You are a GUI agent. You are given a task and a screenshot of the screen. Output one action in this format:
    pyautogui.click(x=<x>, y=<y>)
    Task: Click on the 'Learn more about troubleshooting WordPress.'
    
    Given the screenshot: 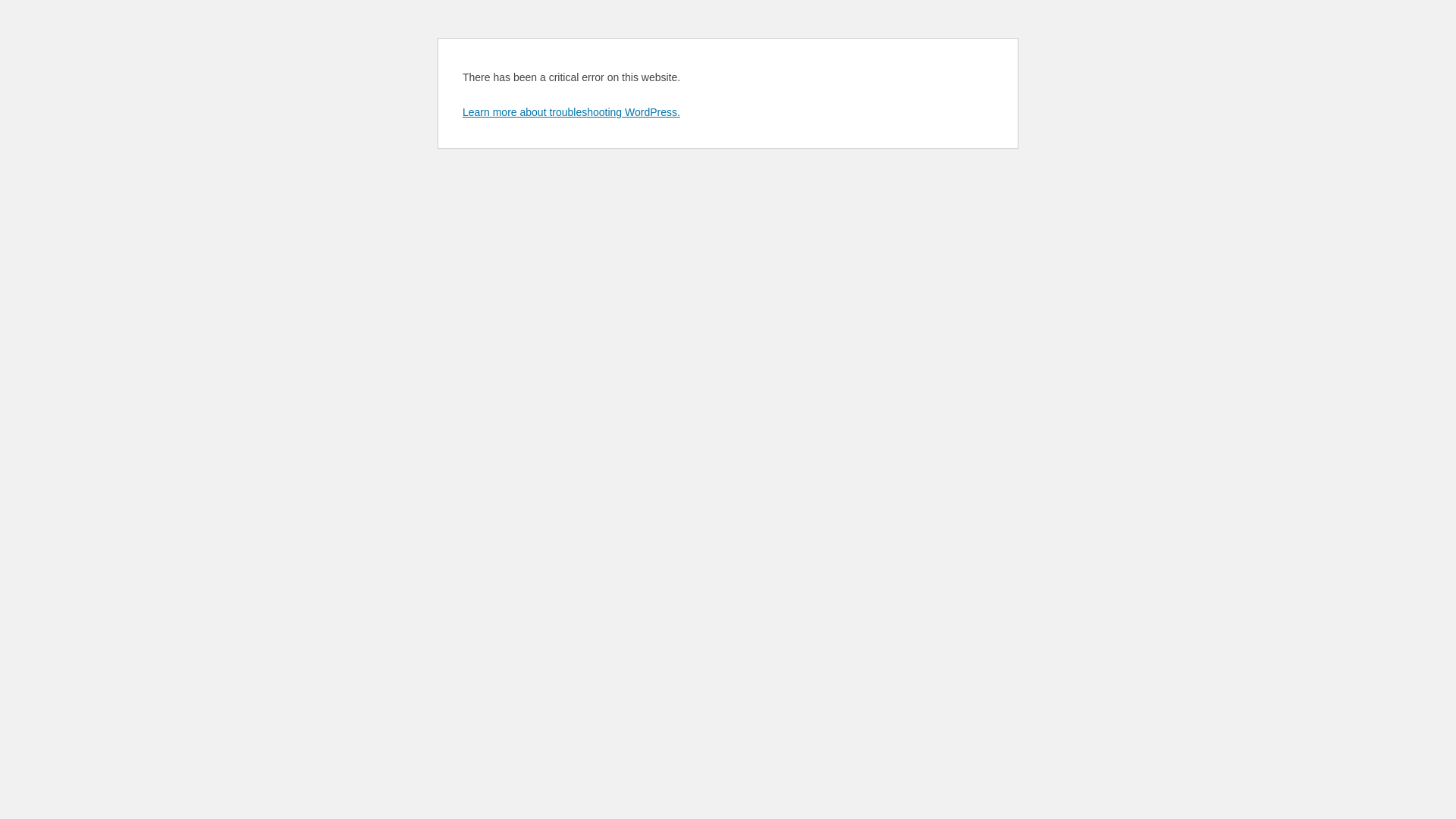 What is the action you would take?
    pyautogui.click(x=570, y=111)
    